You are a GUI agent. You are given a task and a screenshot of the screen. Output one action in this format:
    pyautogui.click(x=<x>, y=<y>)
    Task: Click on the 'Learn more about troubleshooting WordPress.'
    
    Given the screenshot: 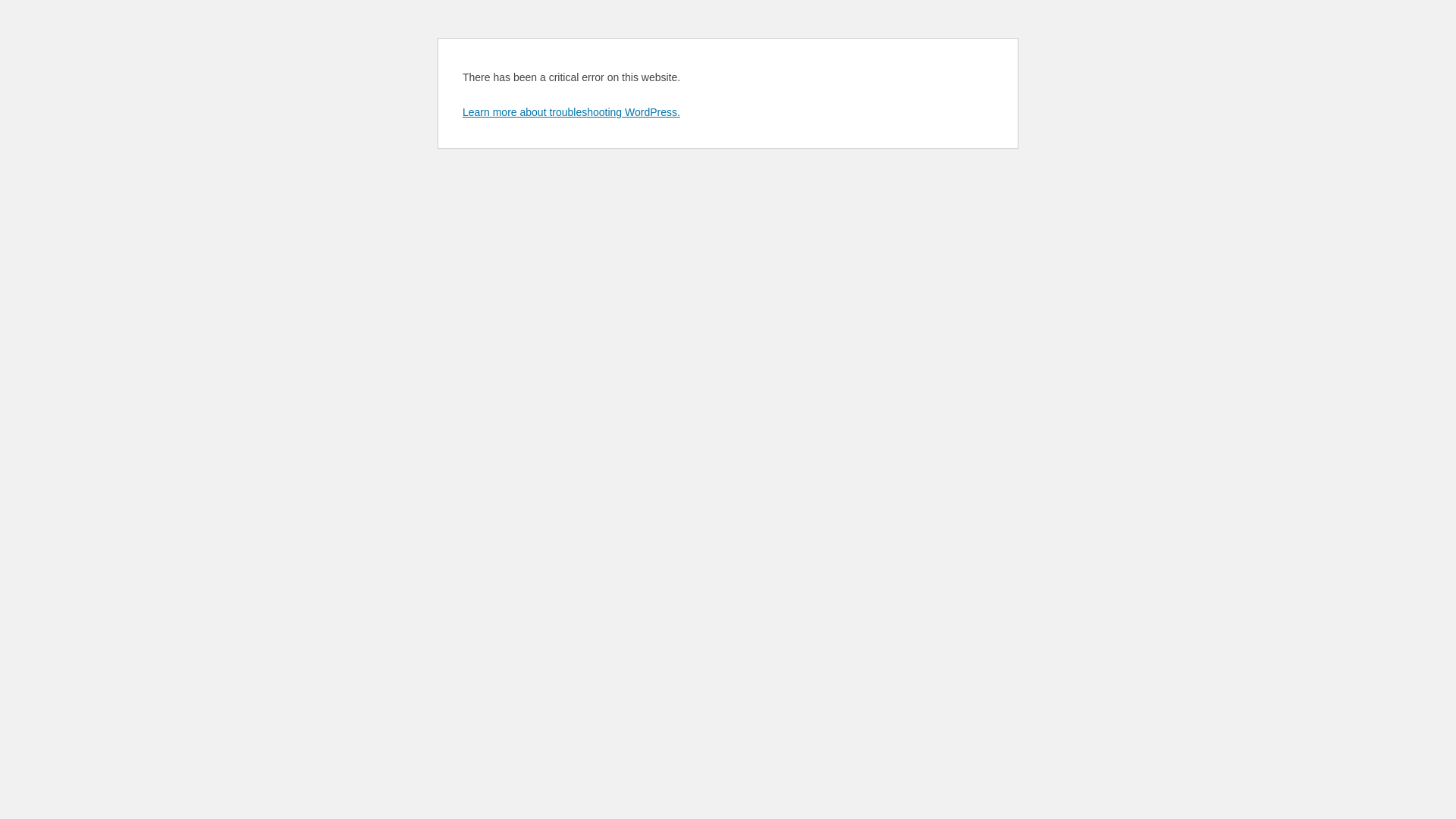 What is the action you would take?
    pyautogui.click(x=570, y=111)
    